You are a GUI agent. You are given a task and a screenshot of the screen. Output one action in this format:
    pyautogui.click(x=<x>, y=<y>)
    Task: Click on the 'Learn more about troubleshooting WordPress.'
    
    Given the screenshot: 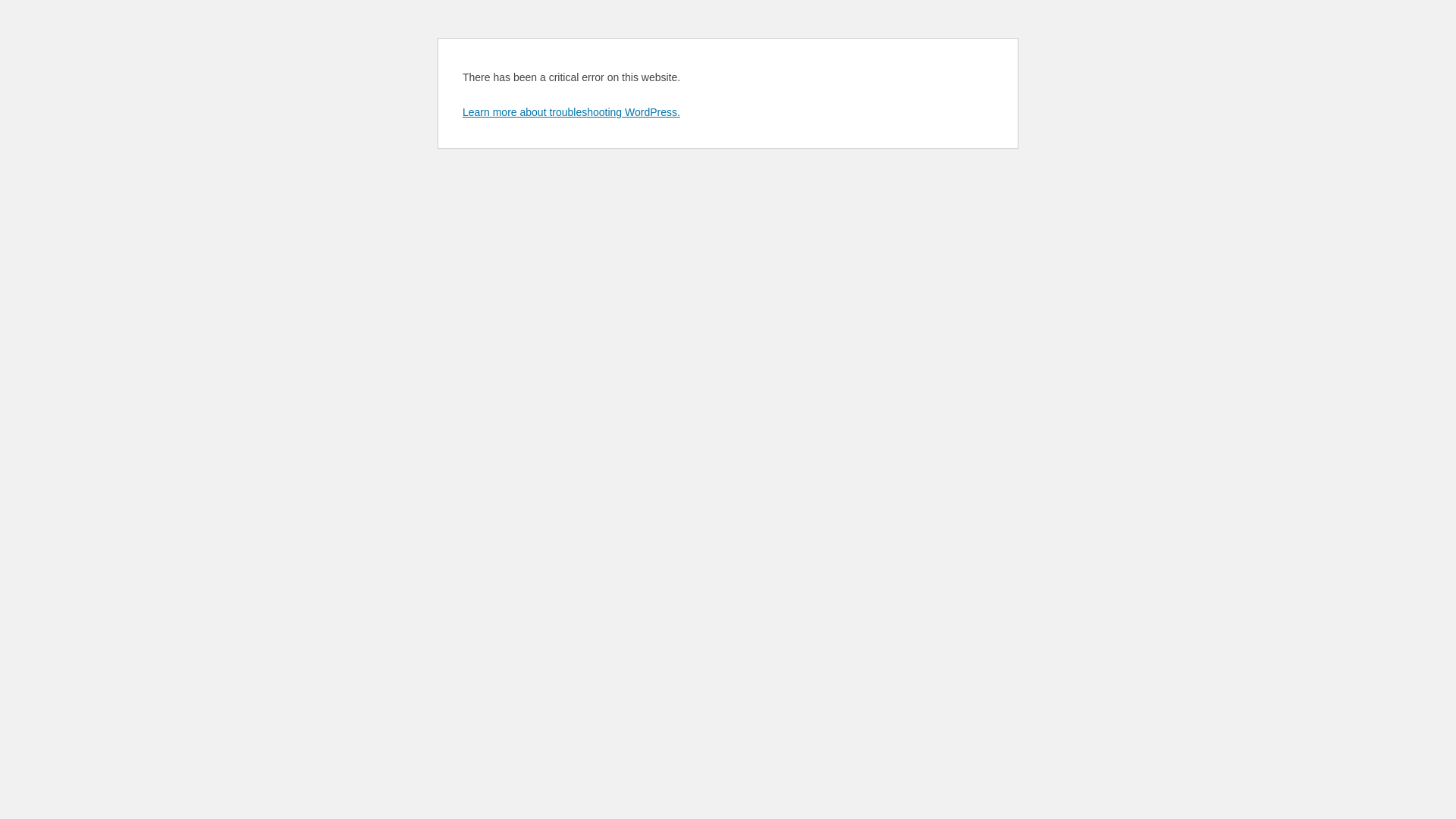 What is the action you would take?
    pyautogui.click(x=570, y=111)
    